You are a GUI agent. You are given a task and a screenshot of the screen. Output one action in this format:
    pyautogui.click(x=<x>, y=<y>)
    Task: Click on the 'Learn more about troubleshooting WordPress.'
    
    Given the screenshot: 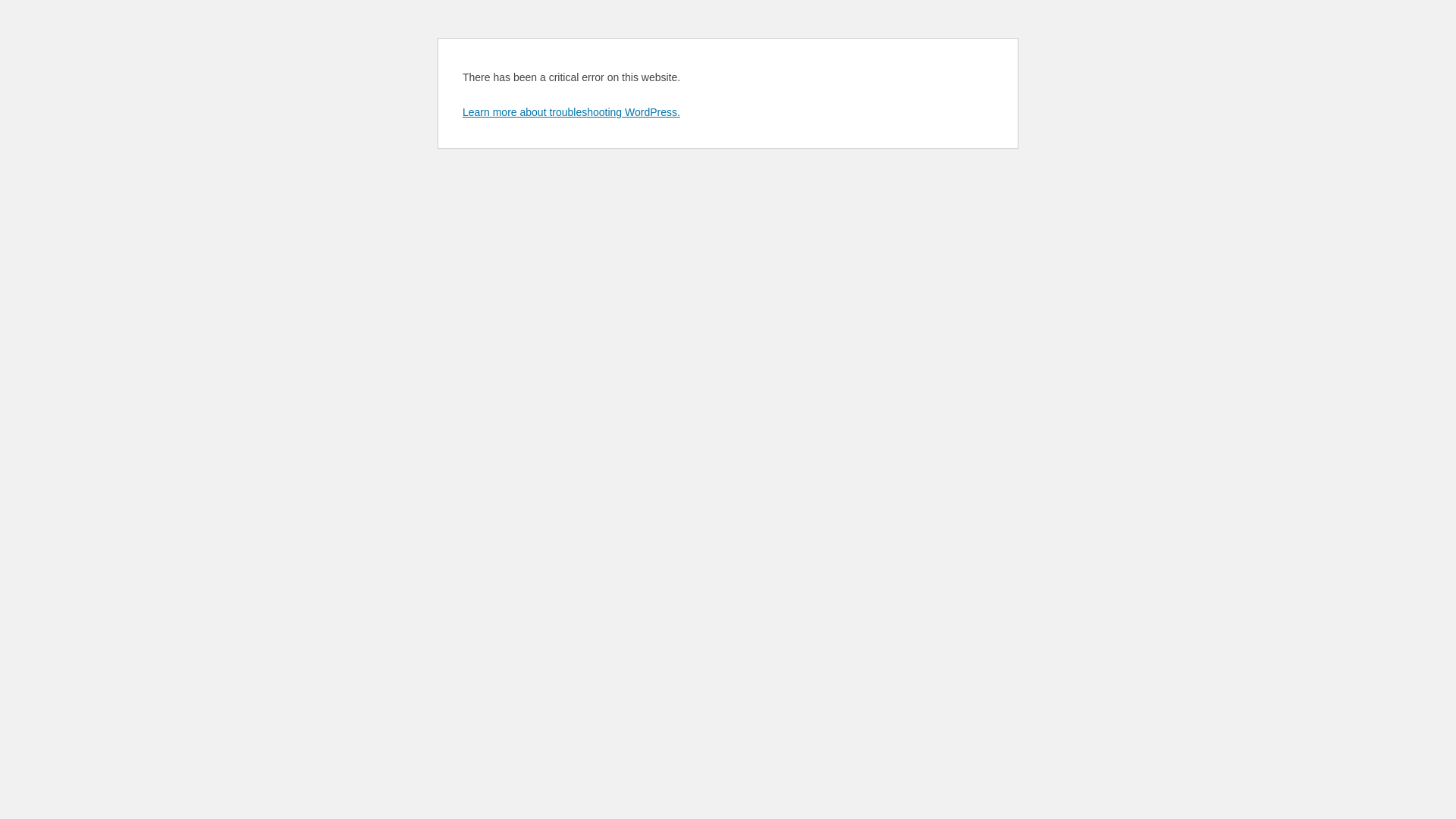 What is the action you would take?
    pyautogui.click(x=570, y=111)
    